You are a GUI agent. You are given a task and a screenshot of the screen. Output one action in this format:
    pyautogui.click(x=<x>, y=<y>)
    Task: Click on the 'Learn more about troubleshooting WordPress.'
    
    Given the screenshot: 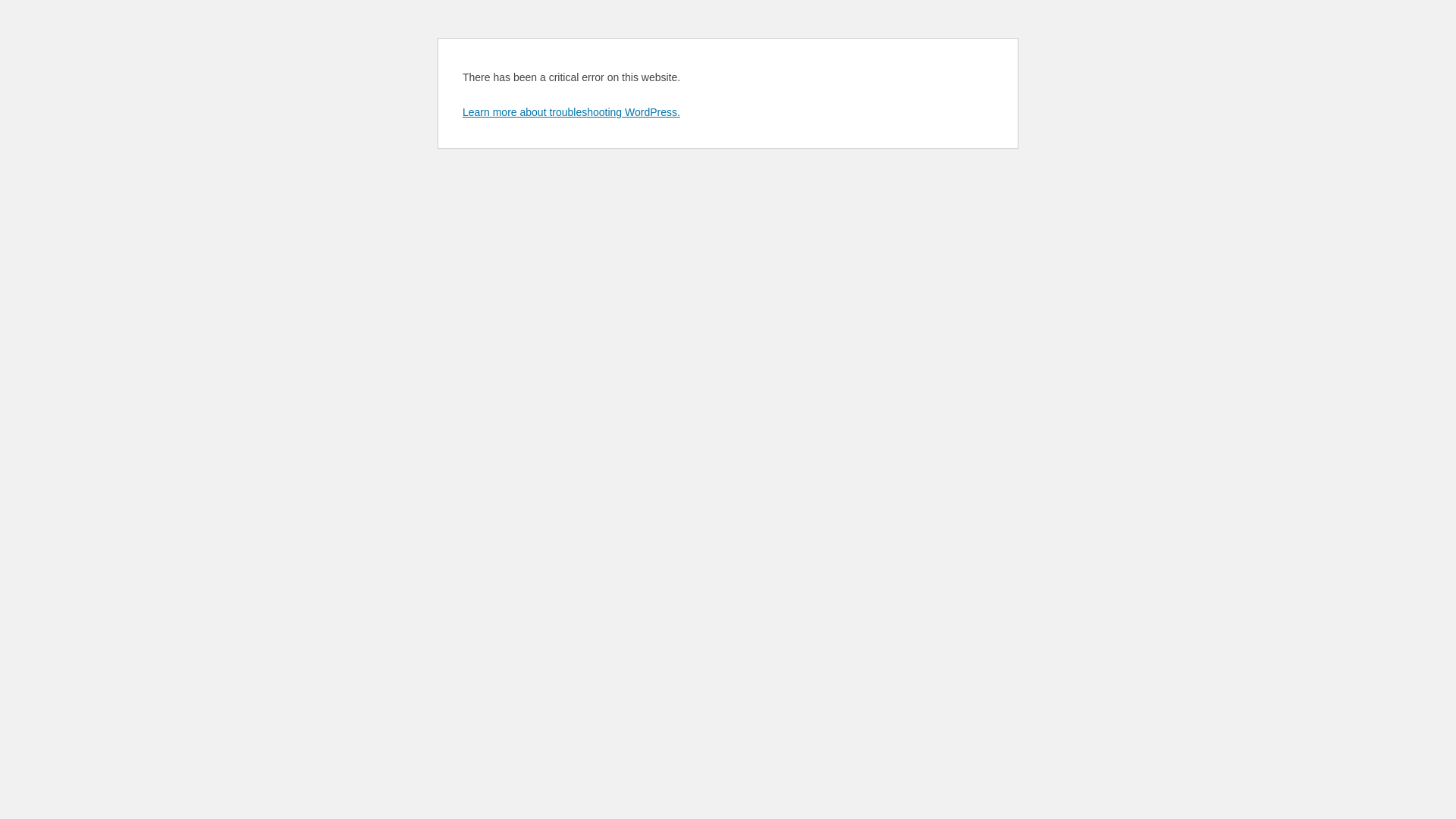 What is the action you would take?
    pyautogui.click(x=570, y=111)
    